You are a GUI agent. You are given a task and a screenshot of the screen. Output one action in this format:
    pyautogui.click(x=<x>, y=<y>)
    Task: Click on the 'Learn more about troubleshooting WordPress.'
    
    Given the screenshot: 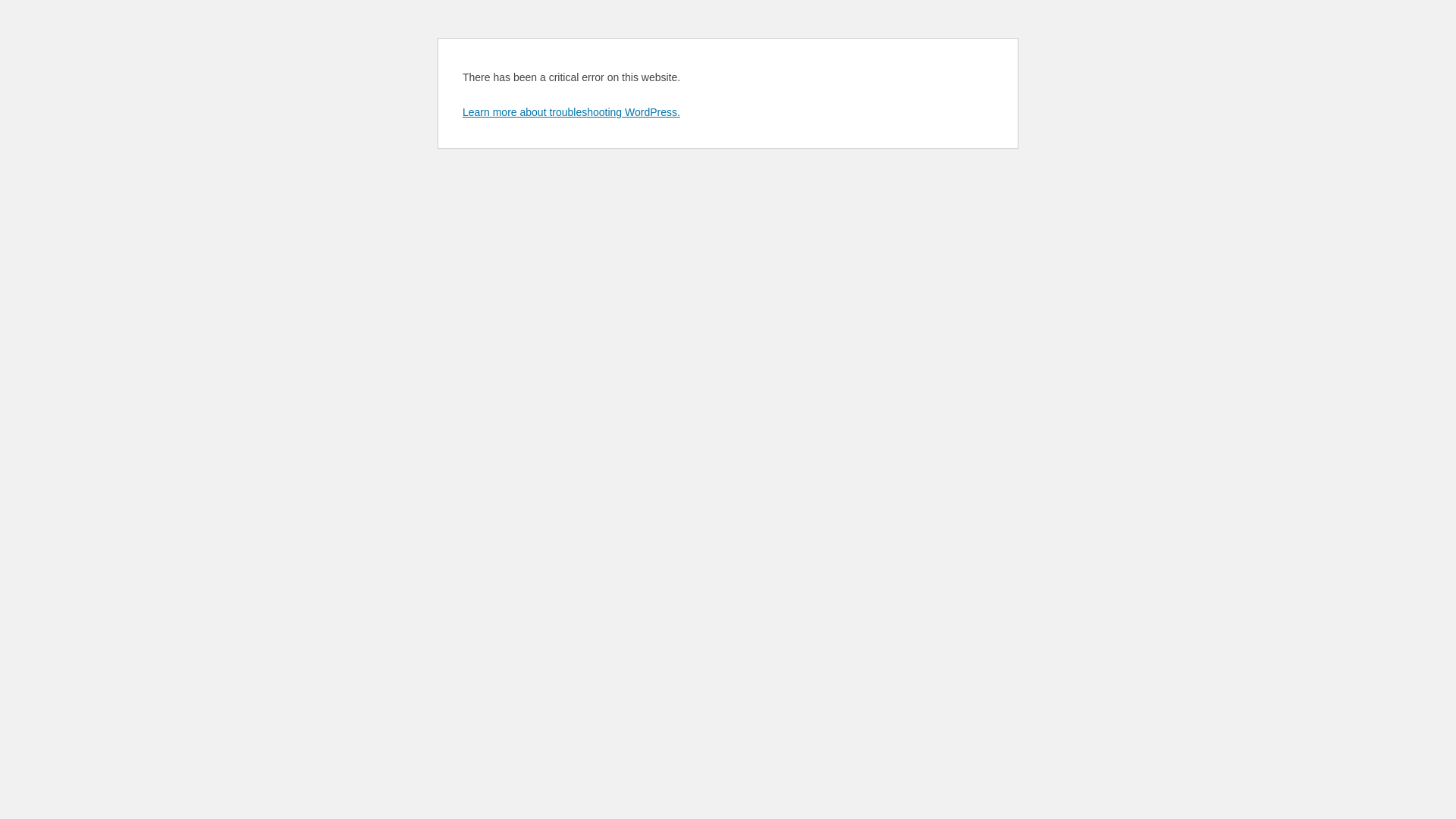 What is the action you would take?
    pyautogui.click(x=570, y=111)
    